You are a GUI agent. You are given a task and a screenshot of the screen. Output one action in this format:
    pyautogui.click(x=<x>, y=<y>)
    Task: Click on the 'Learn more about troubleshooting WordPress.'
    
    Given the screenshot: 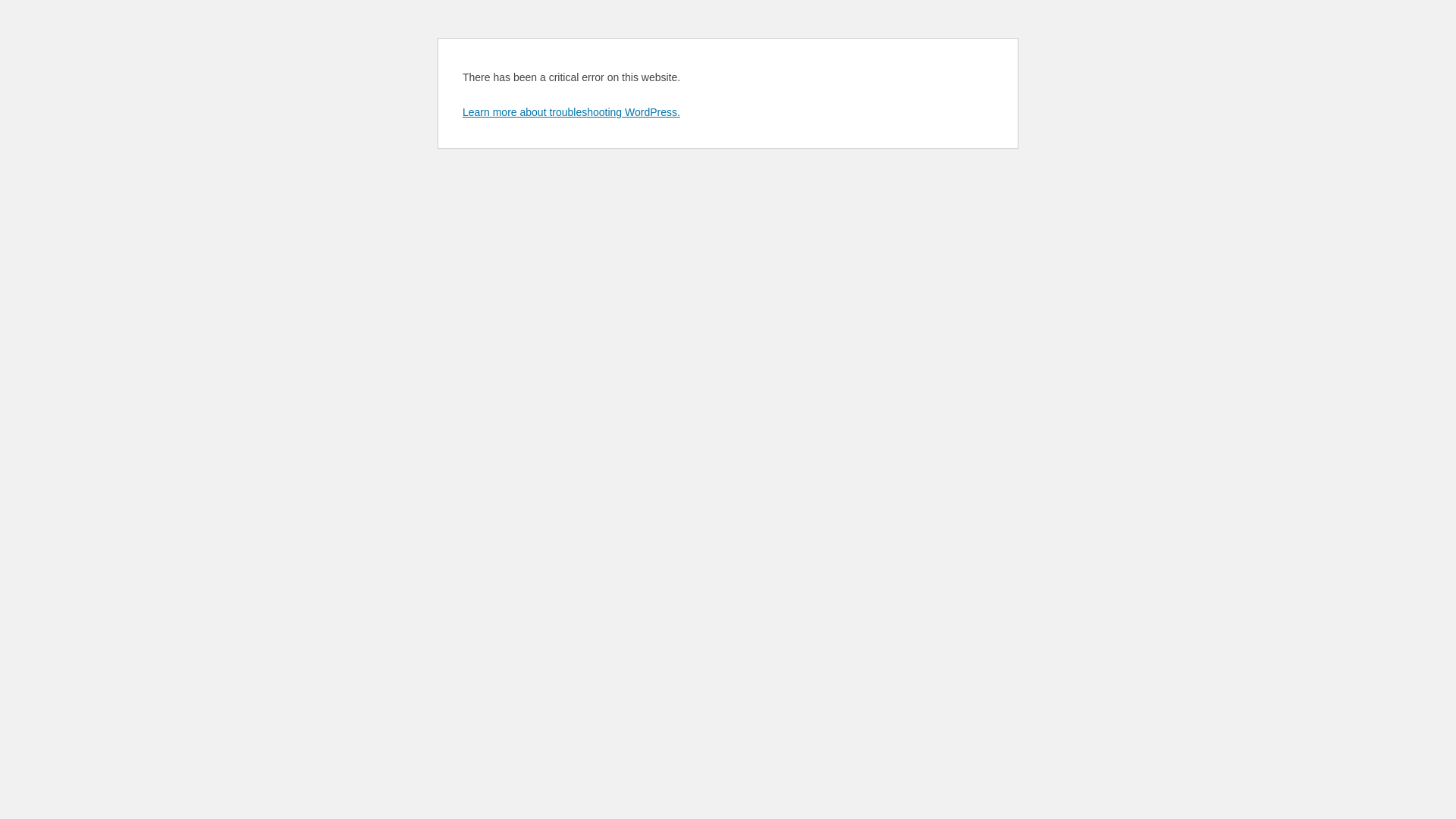 What is the action you would take?
    pyautogui.click(x=570, y=111)
    